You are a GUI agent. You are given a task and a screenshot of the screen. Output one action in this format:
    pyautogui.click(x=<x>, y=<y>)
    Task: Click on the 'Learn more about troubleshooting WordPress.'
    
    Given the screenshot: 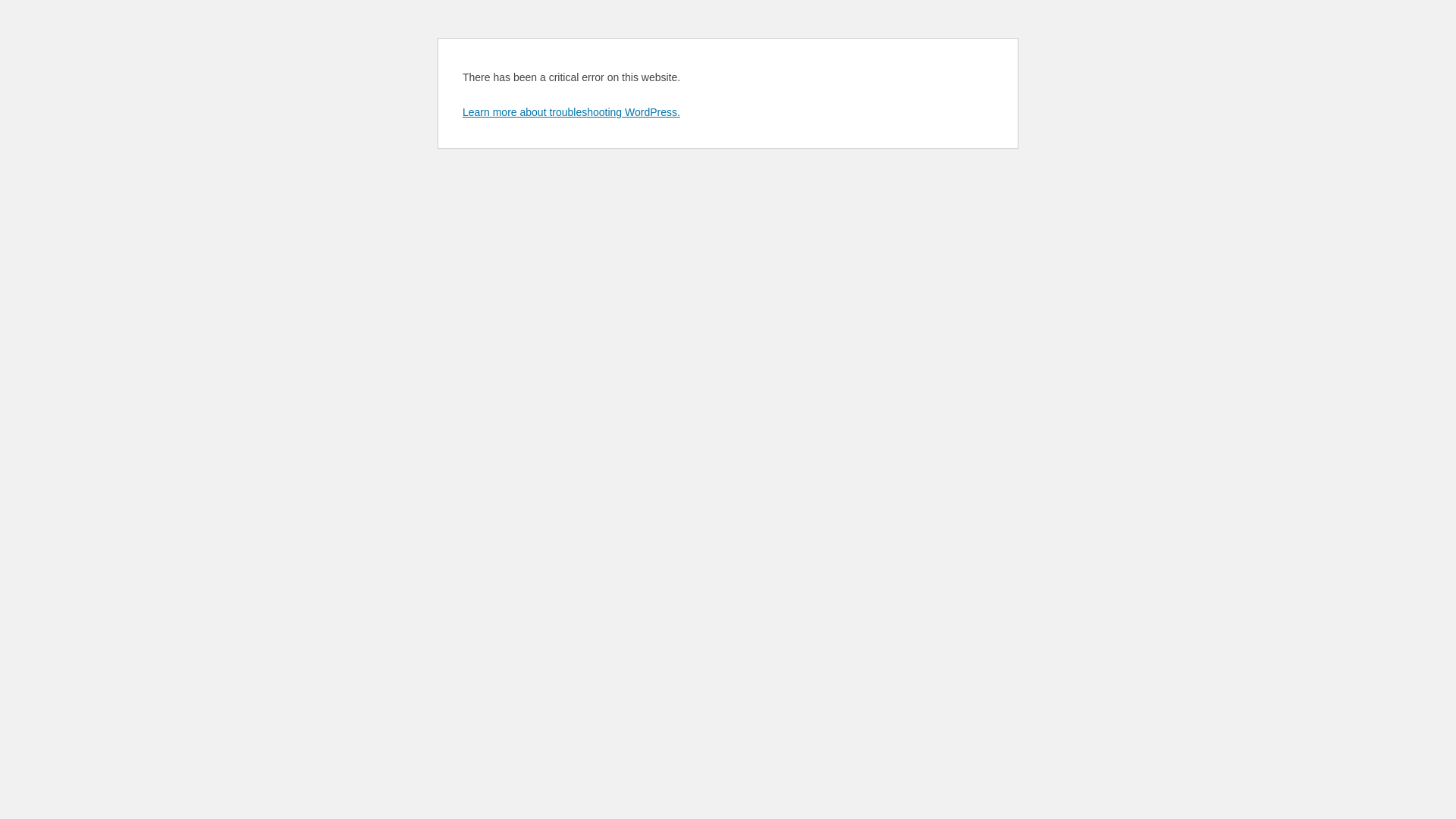 What is the action you would take?
    pyautogui.click(x=570, y=111)
    